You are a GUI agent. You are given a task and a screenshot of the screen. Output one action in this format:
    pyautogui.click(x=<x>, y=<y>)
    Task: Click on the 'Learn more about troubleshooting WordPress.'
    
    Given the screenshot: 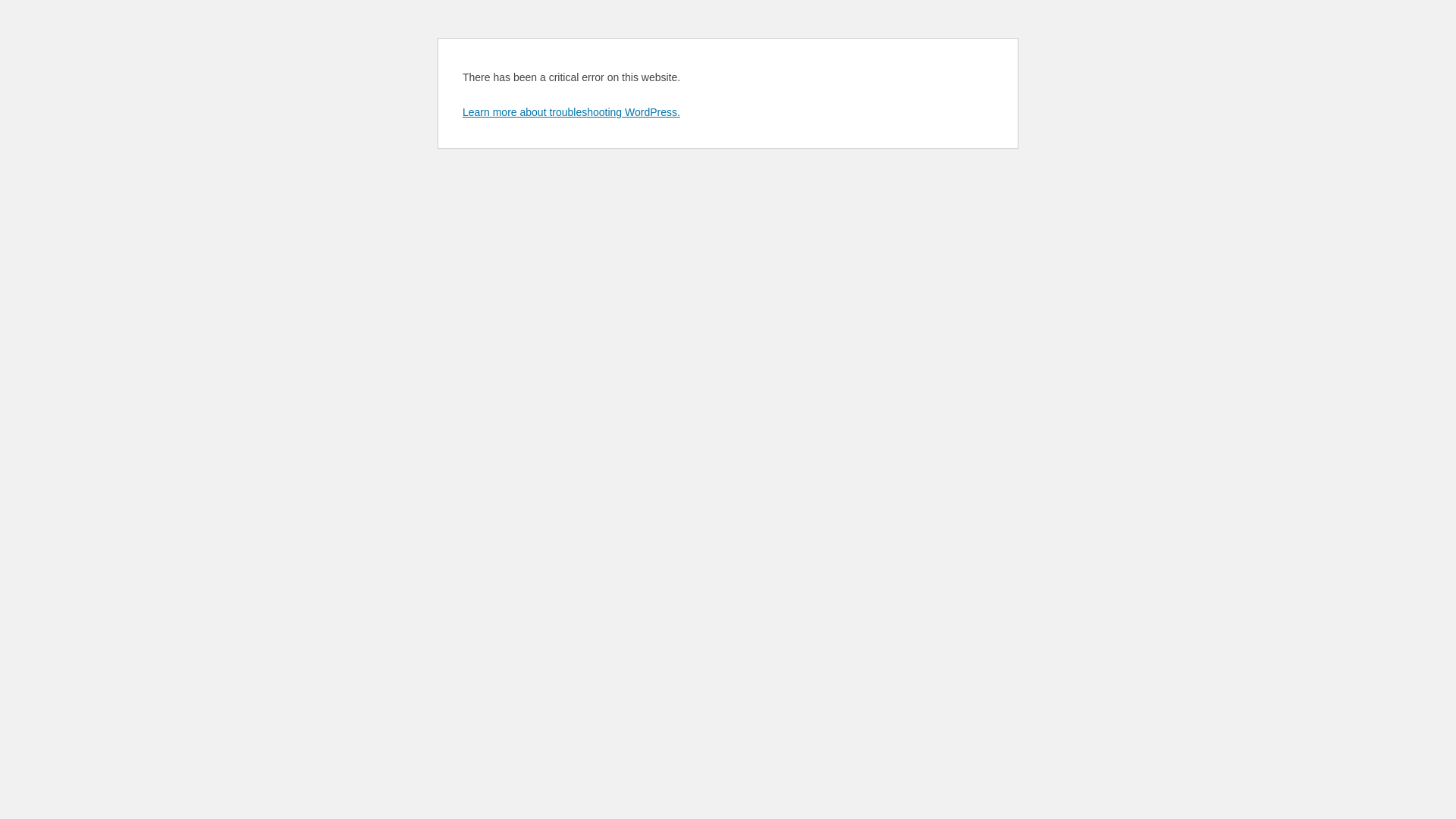 What is the action you would take?
    pyautogui.click(x=570, y=111)
    